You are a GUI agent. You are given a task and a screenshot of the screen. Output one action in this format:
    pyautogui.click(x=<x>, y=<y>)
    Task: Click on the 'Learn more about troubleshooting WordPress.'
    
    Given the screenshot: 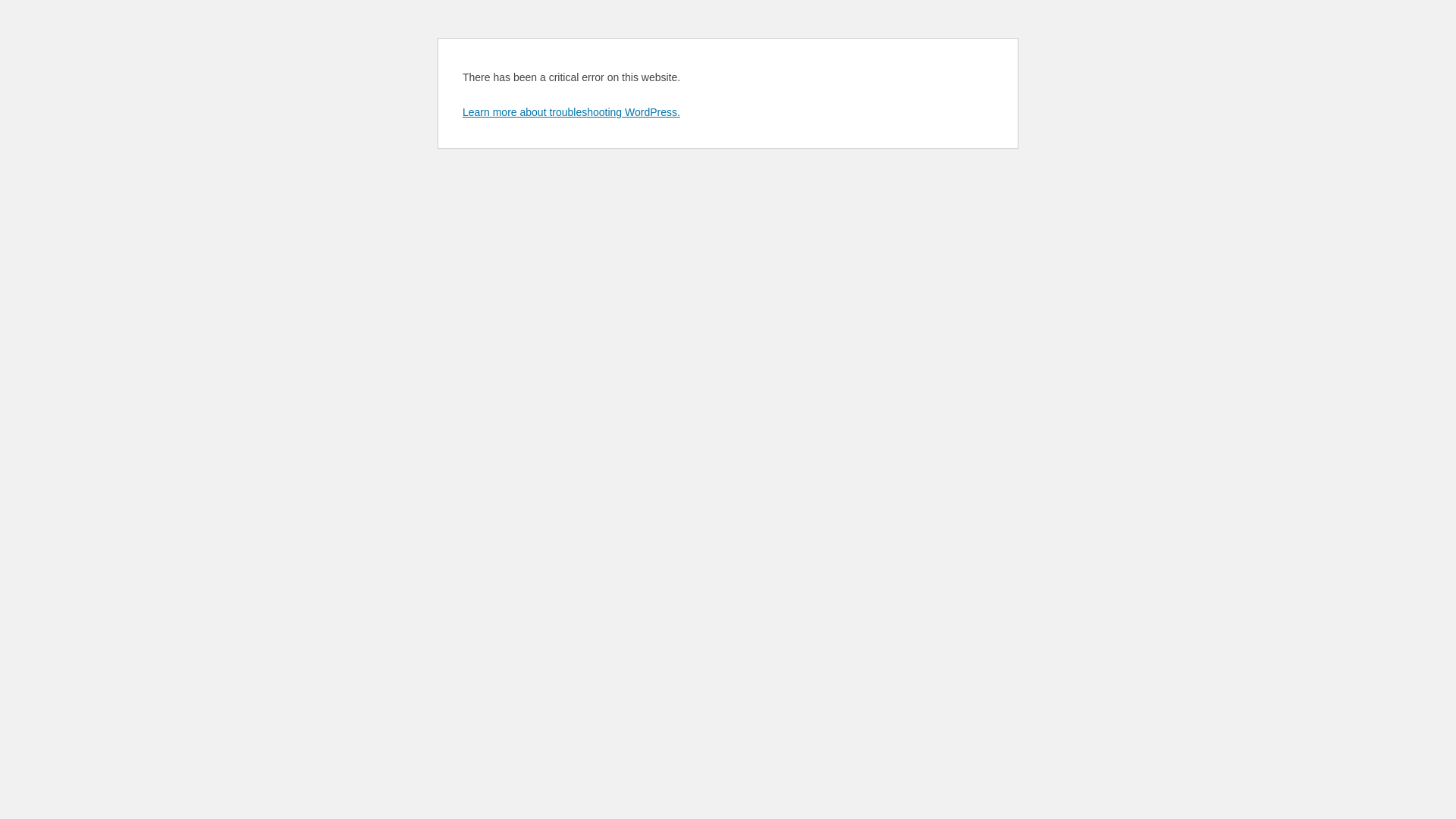 What is the action you would take?
    pyautogui.click(x=570, y=111)
    